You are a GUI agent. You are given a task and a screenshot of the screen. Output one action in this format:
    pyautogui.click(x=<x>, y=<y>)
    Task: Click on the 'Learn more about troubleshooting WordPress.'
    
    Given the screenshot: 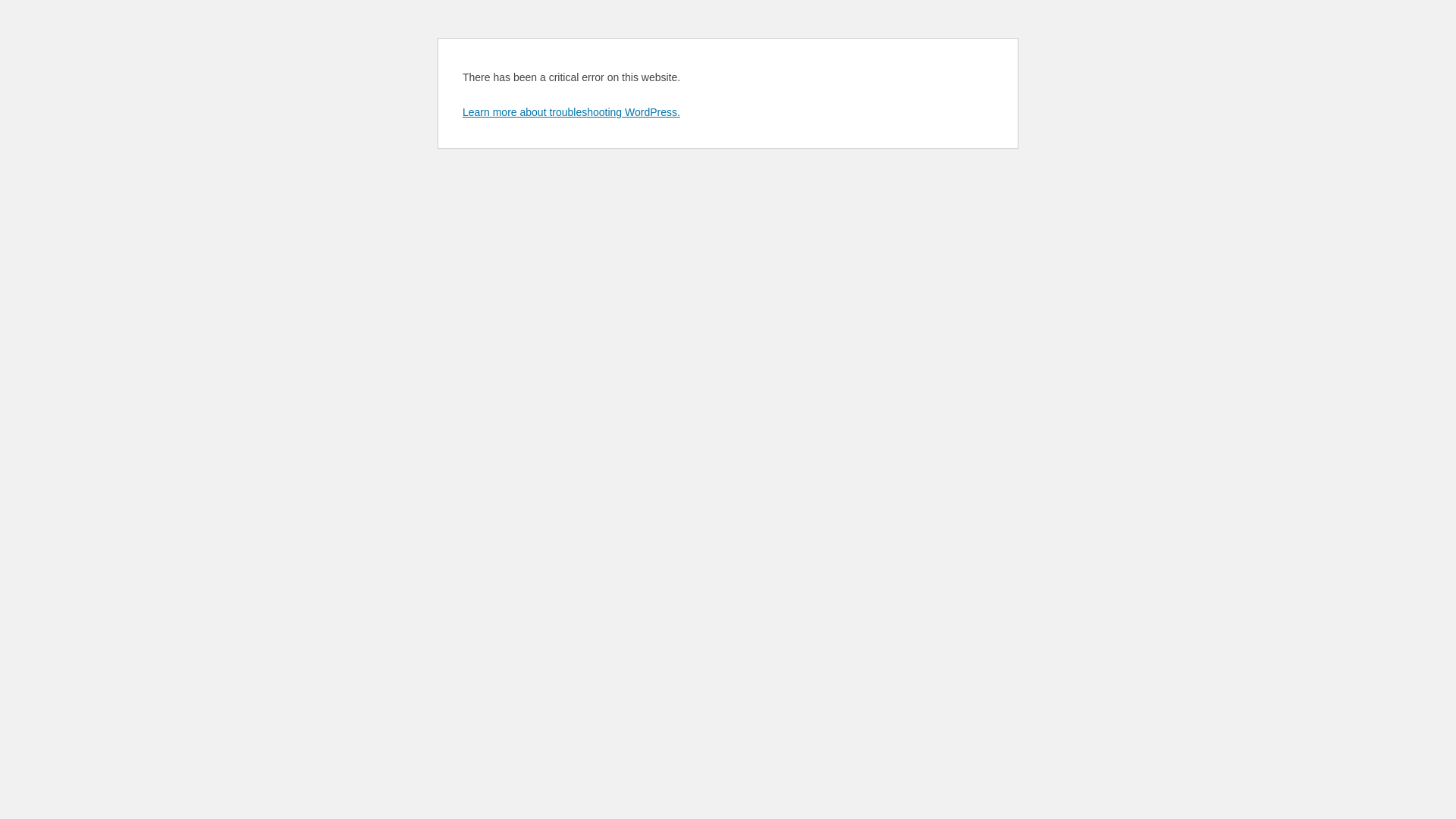 What is the action you would take?
    pyautogui.click(x=570, y=111)
    